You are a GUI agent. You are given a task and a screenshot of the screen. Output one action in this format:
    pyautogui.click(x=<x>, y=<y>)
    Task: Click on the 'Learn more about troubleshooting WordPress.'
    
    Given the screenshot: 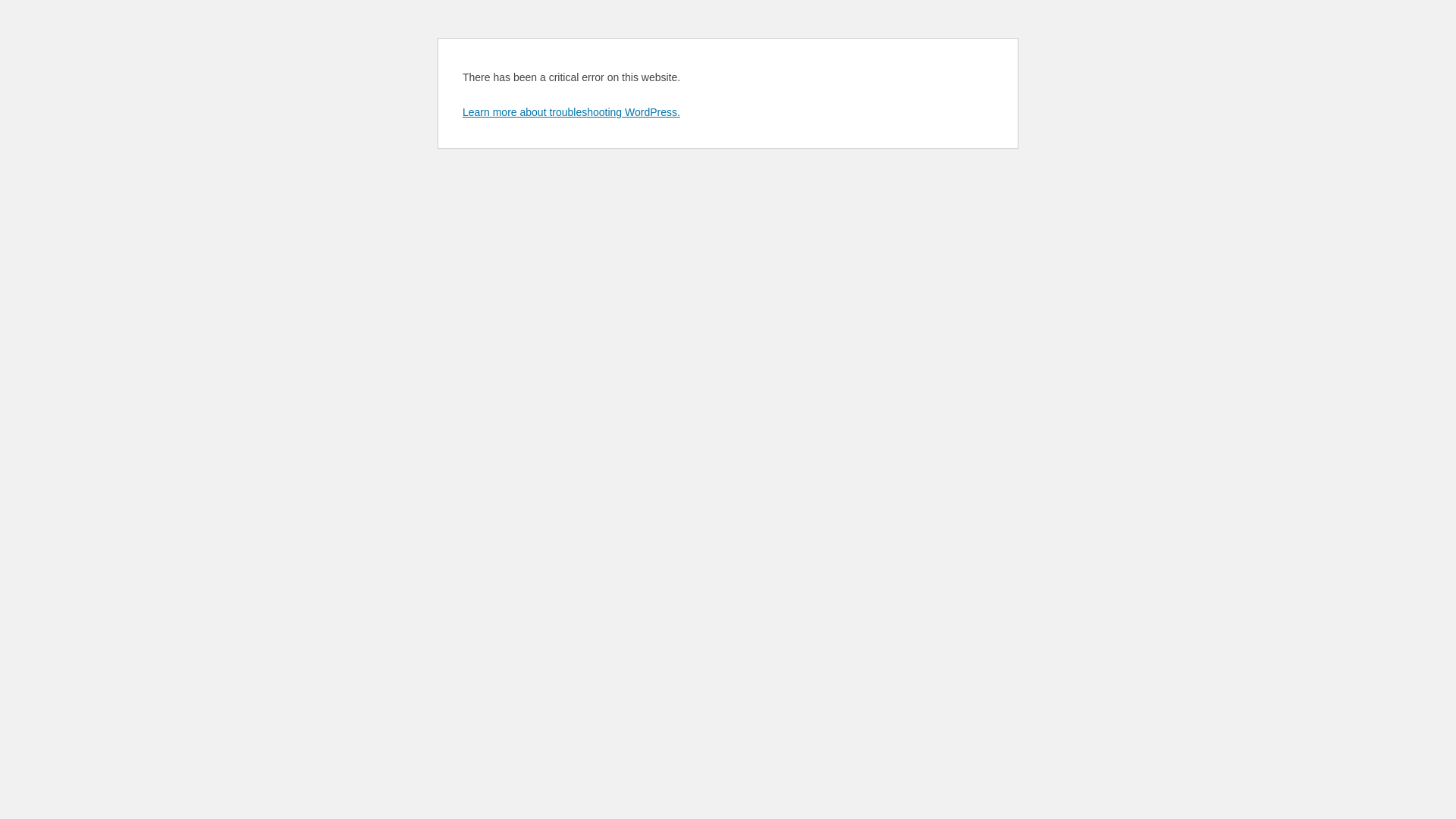 What is the action you would take?
    pyautogui.click(x=570, y=111)
    